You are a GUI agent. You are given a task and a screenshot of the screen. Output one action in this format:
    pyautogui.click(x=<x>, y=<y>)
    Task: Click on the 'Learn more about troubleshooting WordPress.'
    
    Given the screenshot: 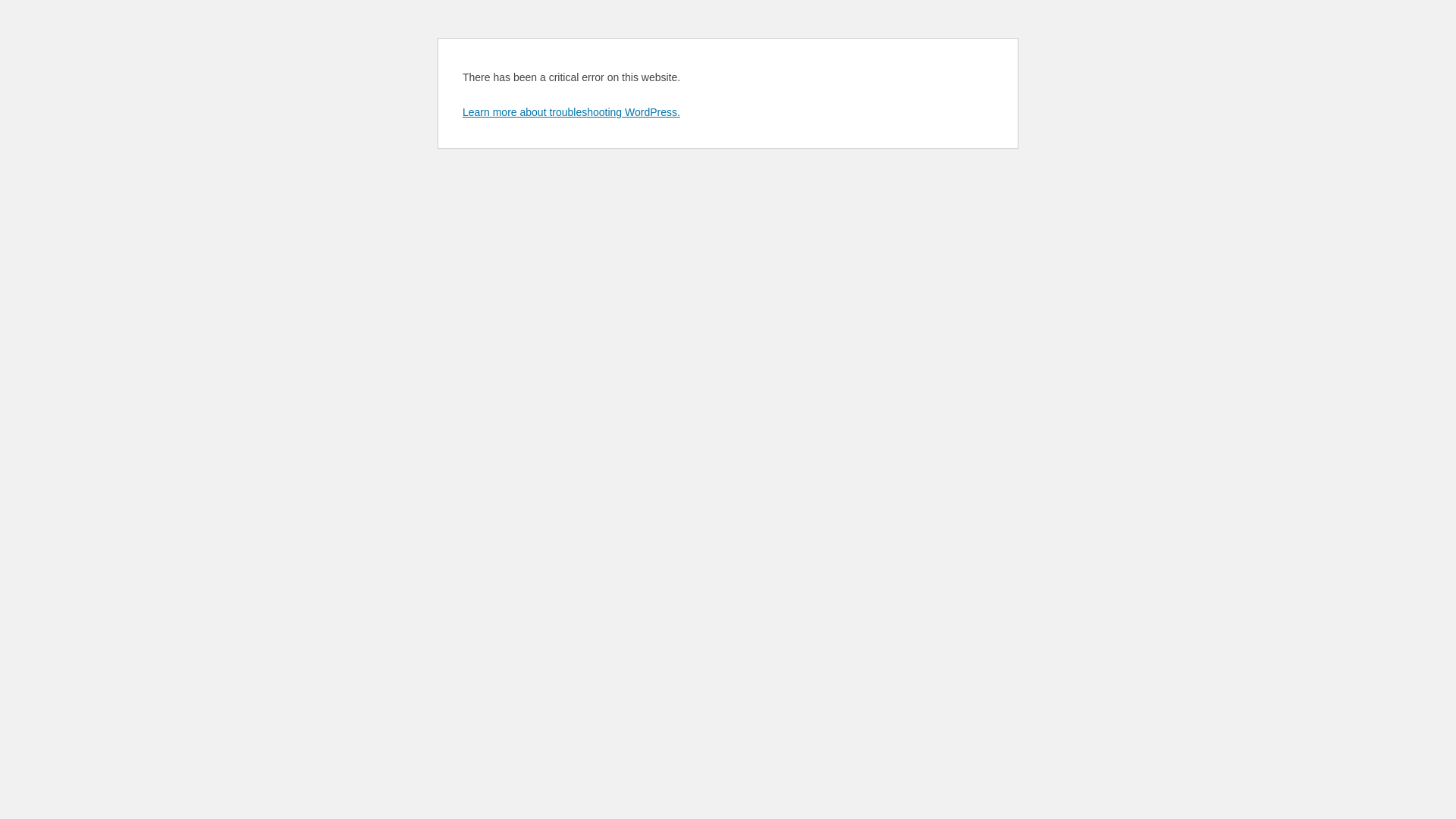 What is the action you would take?
    pyautogui.click(x=570, y=111)
    